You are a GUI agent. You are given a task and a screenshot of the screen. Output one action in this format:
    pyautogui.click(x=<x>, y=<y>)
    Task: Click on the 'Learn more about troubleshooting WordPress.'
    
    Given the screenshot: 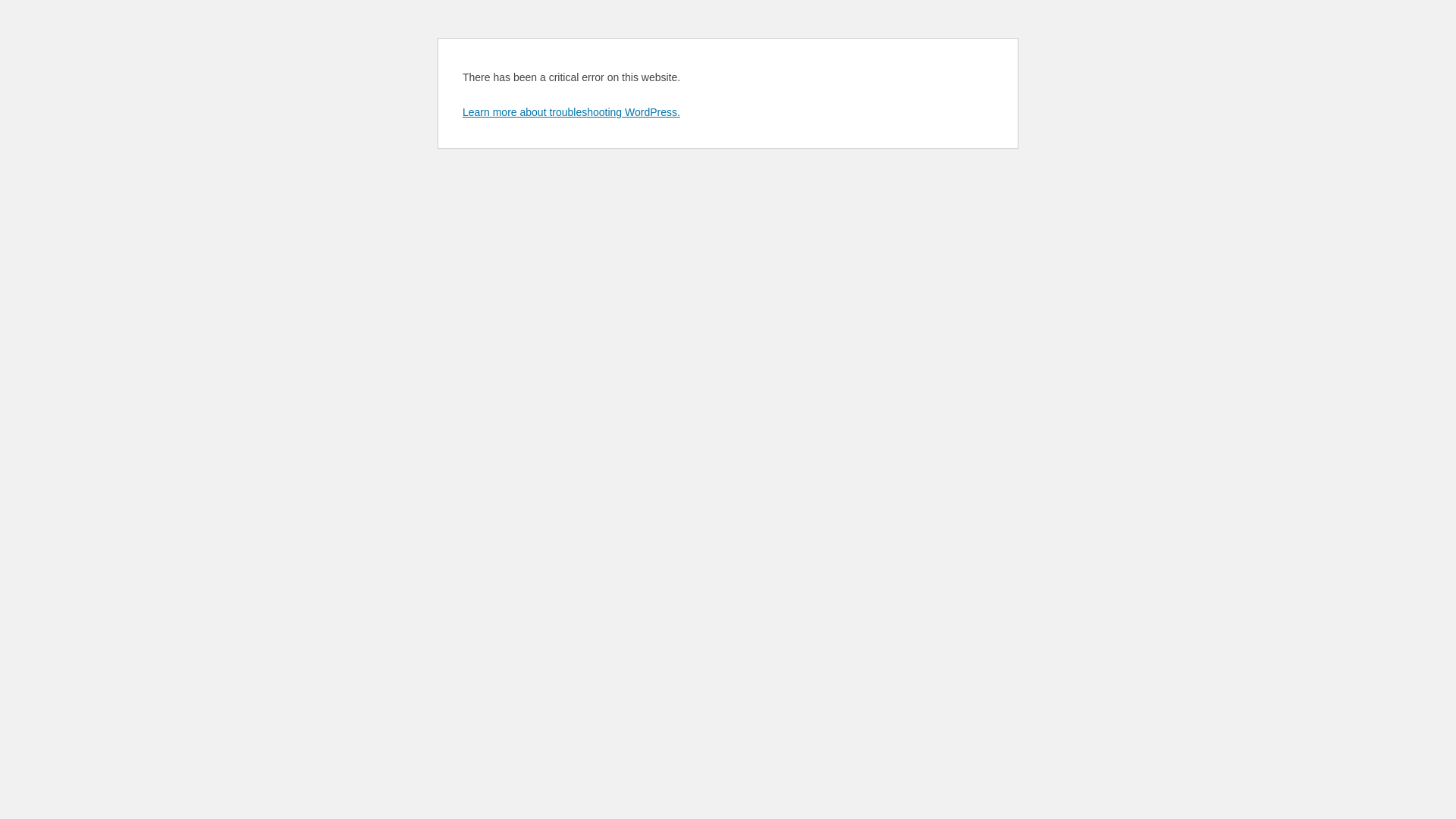 What is the action you would take?
    pyautogui.click(x=570, y=111)
    